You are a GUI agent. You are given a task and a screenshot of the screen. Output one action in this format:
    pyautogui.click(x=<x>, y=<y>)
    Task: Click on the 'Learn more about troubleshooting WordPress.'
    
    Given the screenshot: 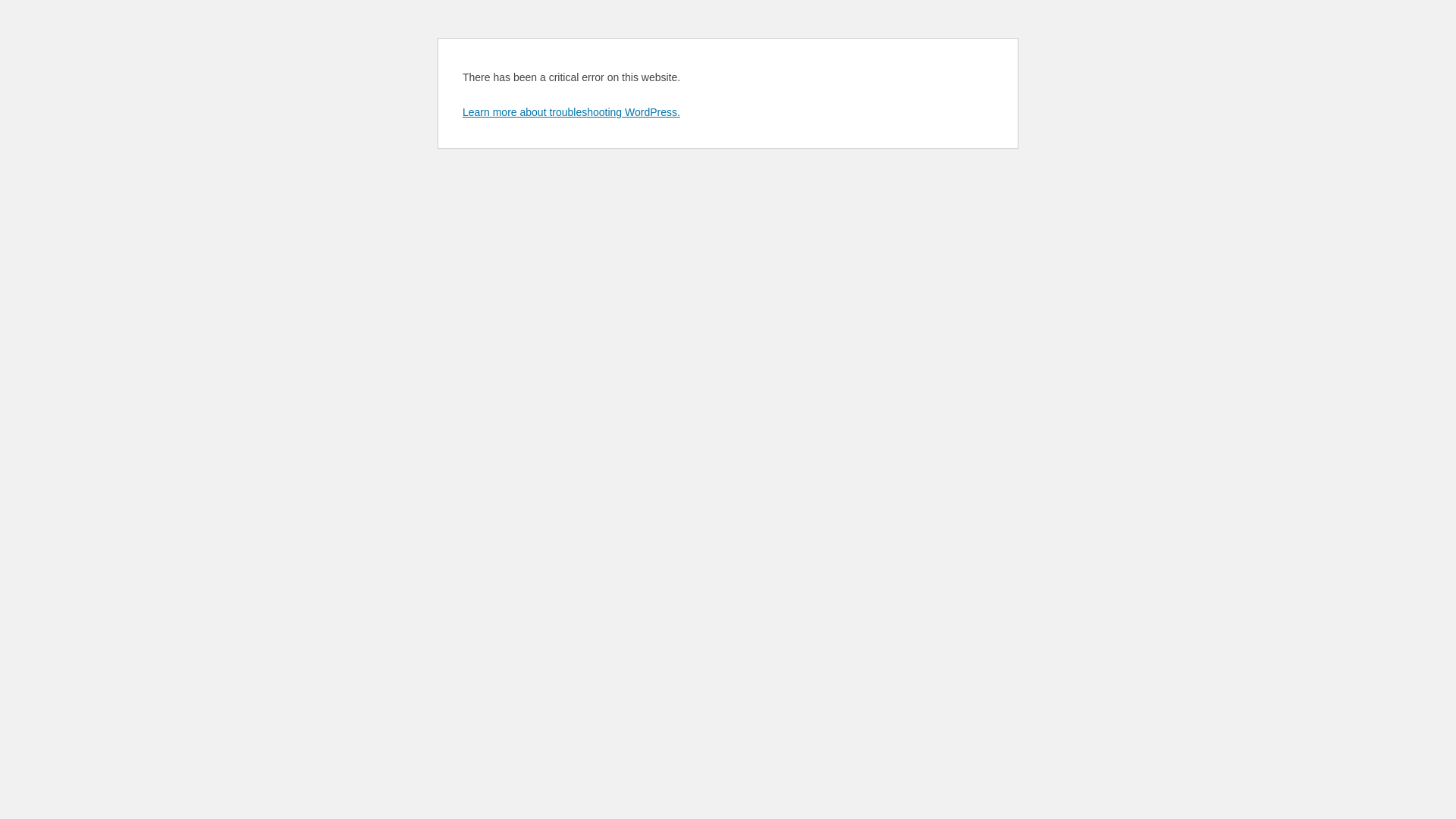 What is the action you would take?
    pyautogui.click(x=570, y=111)
    